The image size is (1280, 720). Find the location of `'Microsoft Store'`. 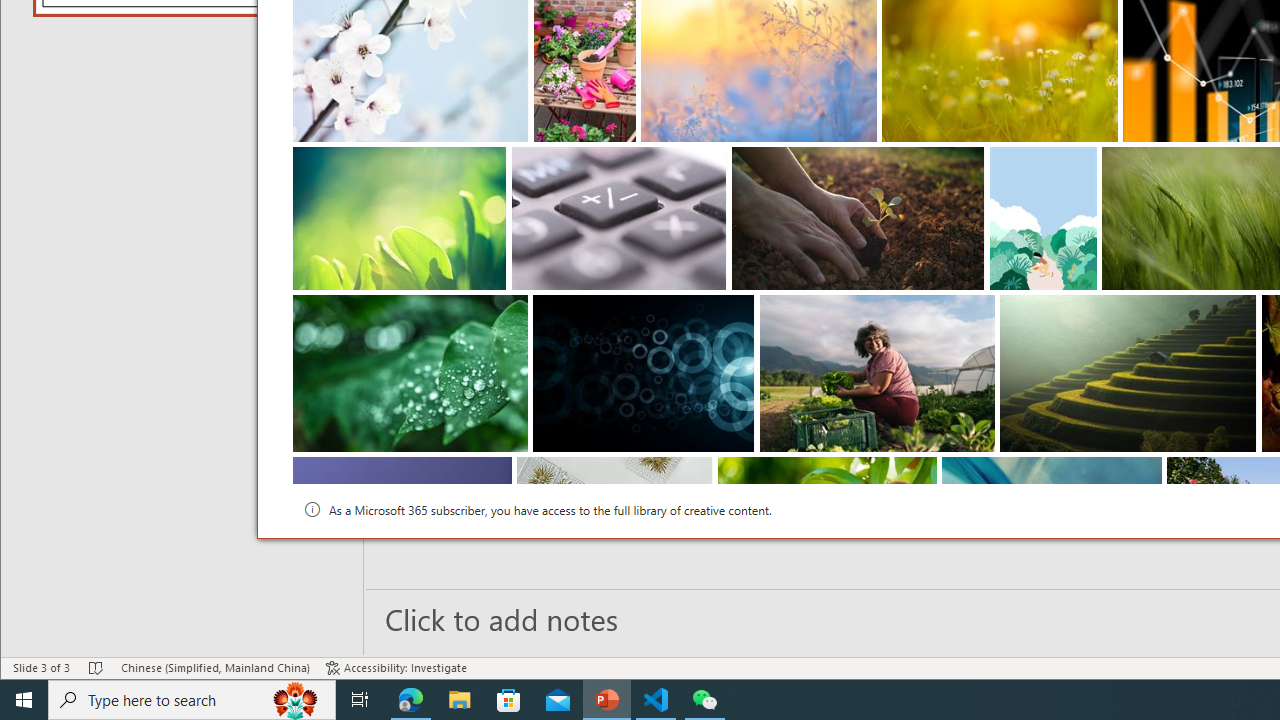

'Microsoft Store' is located at coordinates (509, 698).